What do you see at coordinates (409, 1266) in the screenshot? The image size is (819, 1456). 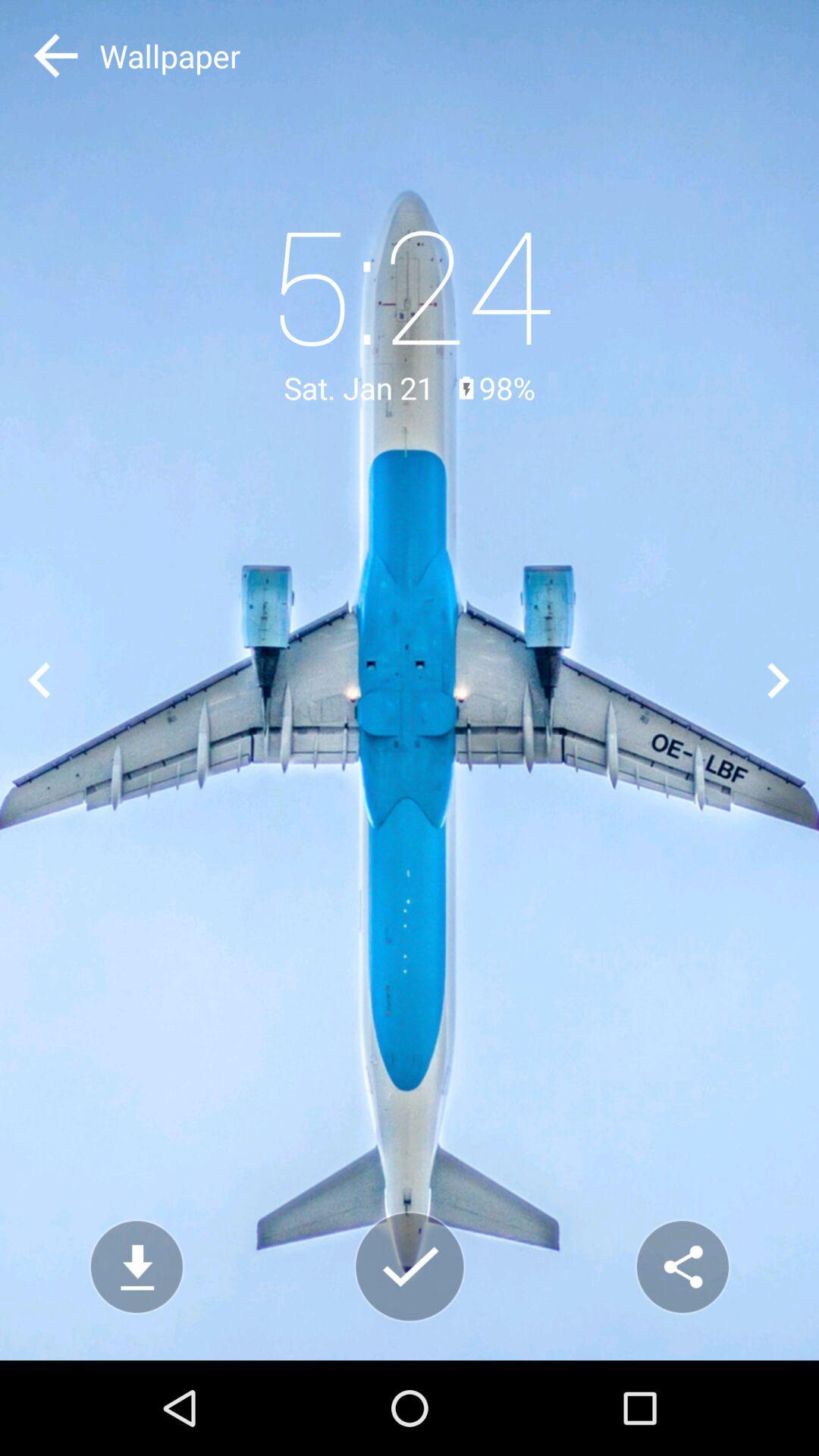 I see `apply wallpaper` at bounding box center [409, 1266].